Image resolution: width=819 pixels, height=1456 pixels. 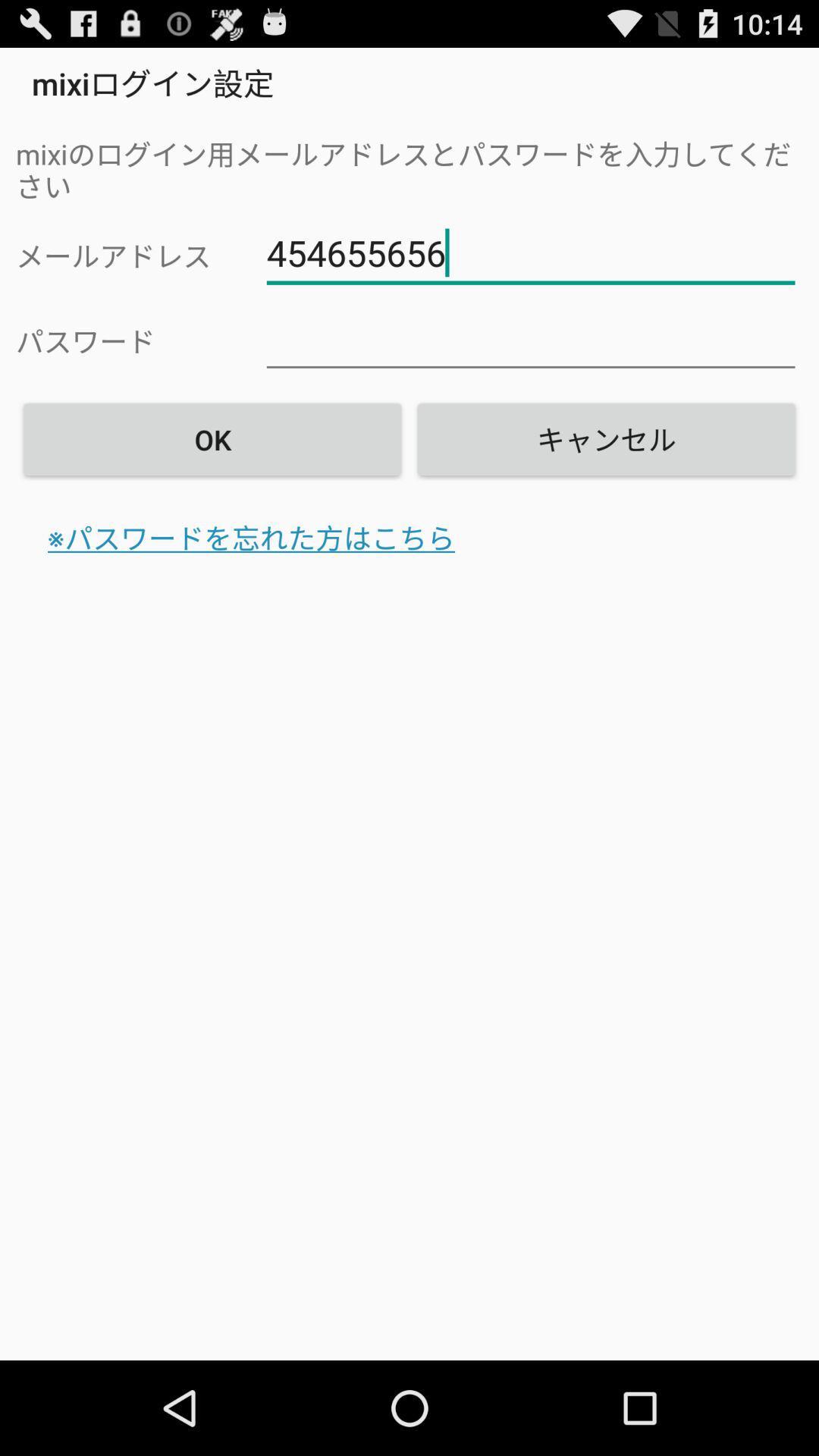 What do you see at coordinates (530, 337) in the screenshot?
I see `item above the ok item` at bounding box center [530, 337].